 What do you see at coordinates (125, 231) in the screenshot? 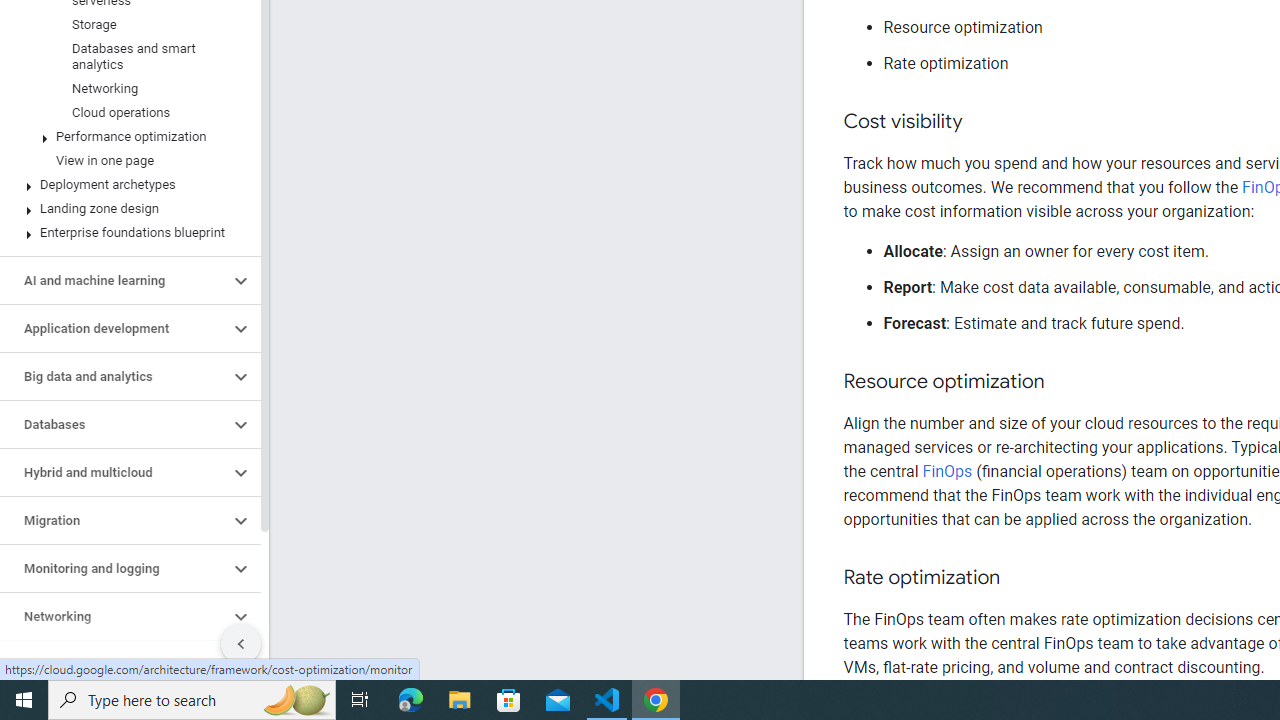
I see `'Enterprise foundations blueprint'` at bounding box center [125, 231].